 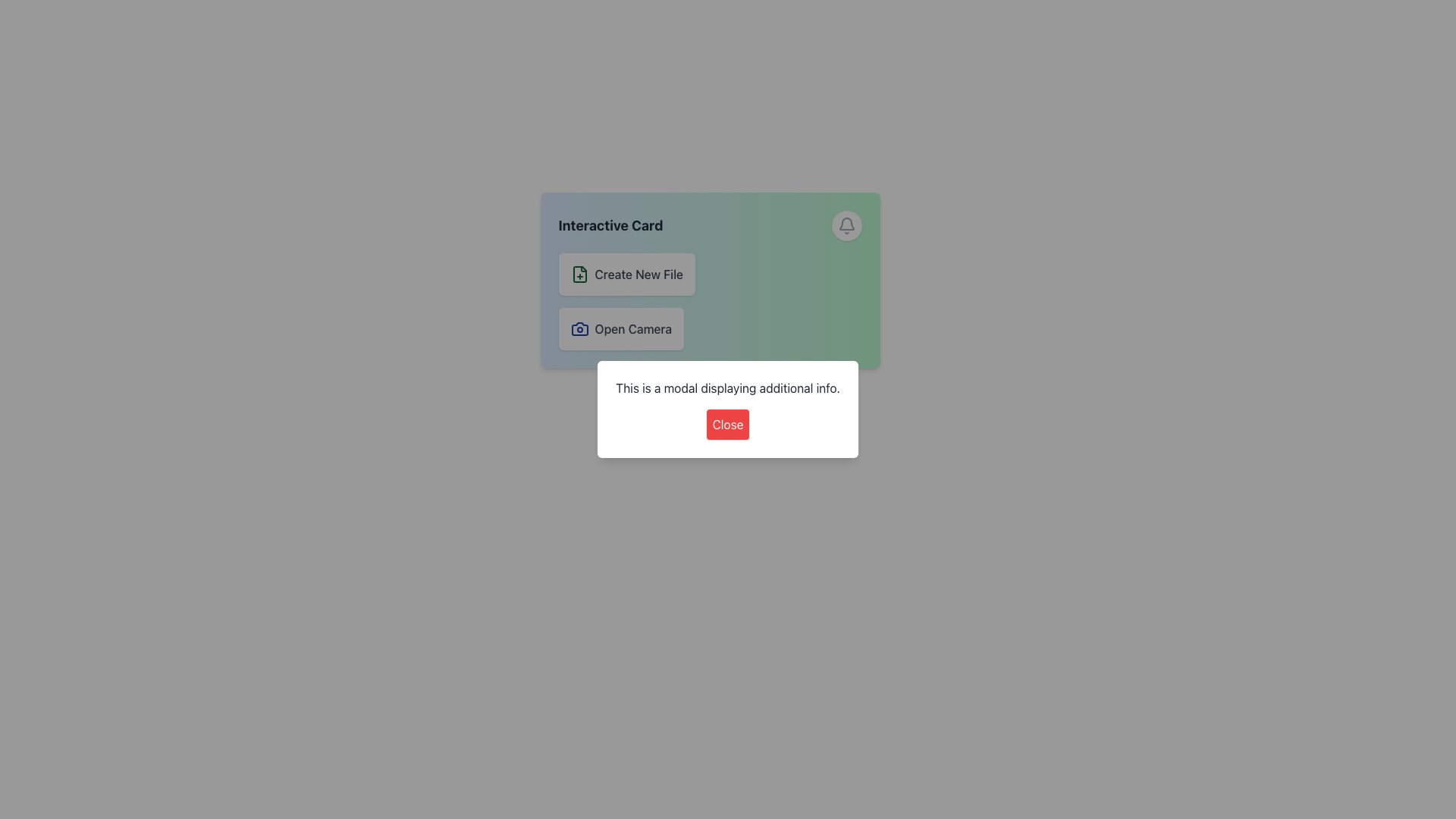 I want to click on the circular button with a bell icon located in the top-right corner of the 'Interactive Card', so click(x=846, y=225).